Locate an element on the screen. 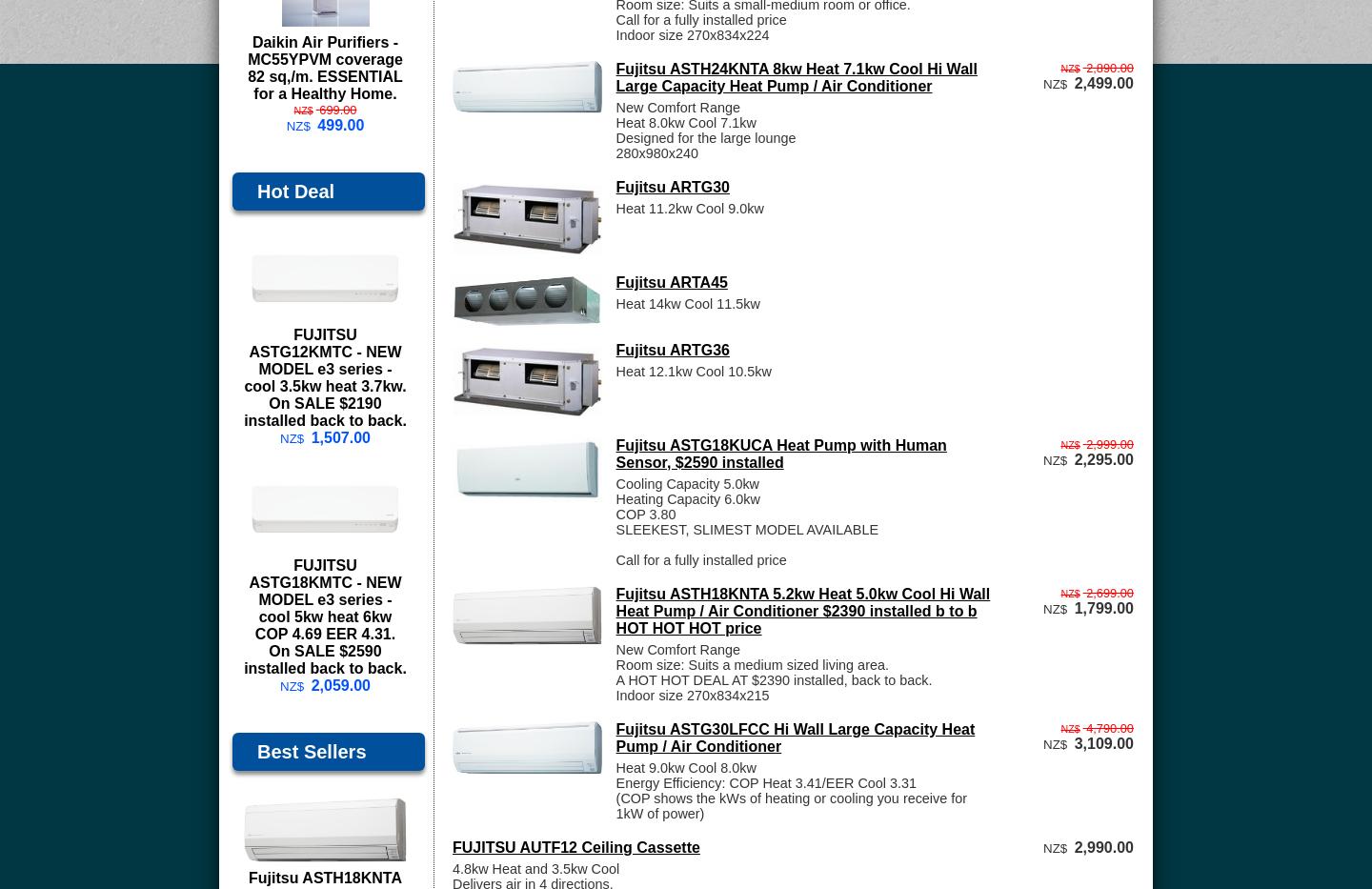  '699.00' is located at coordinates (337, 108).